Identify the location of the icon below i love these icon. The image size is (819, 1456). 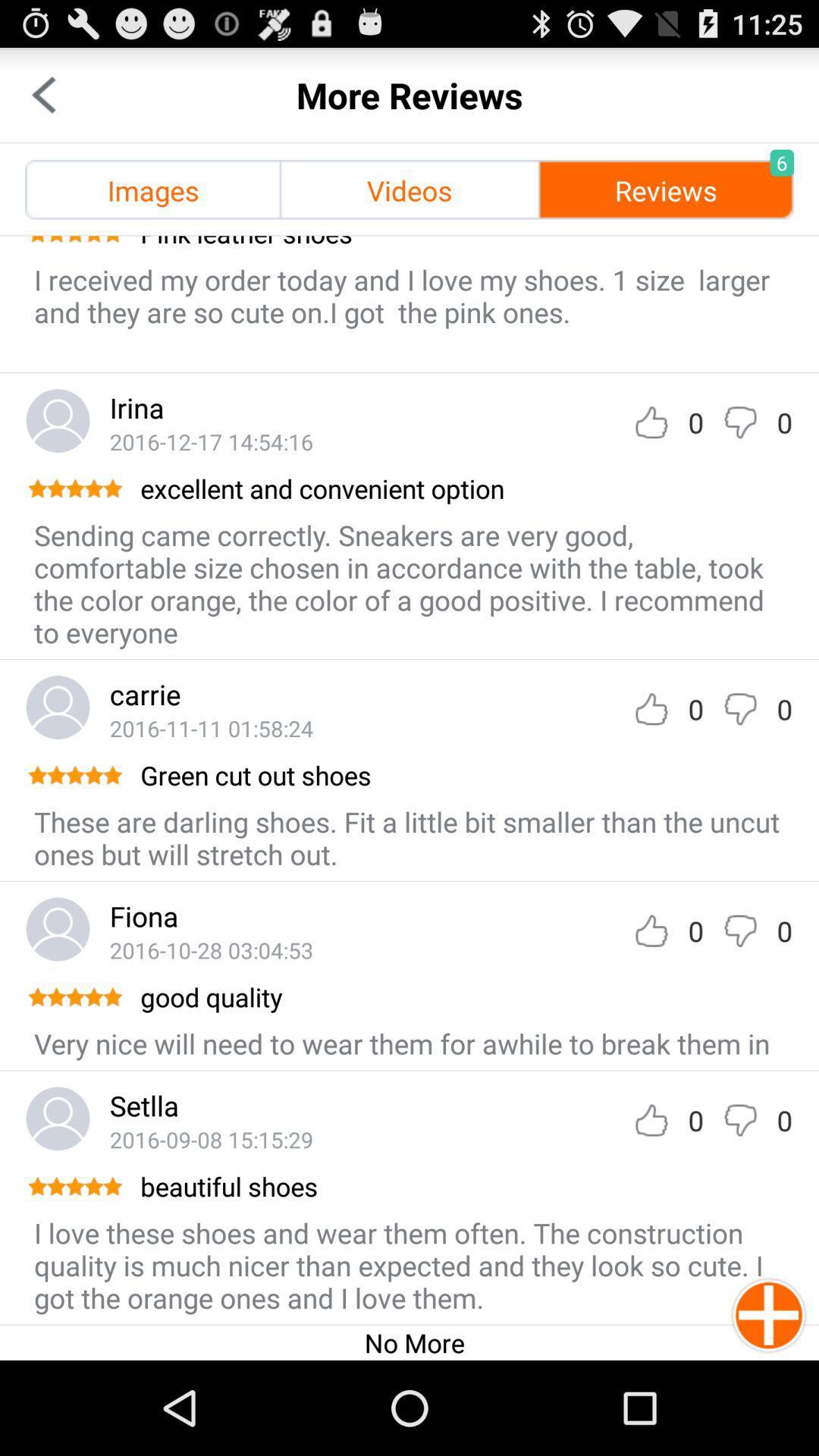
(414, 1342).